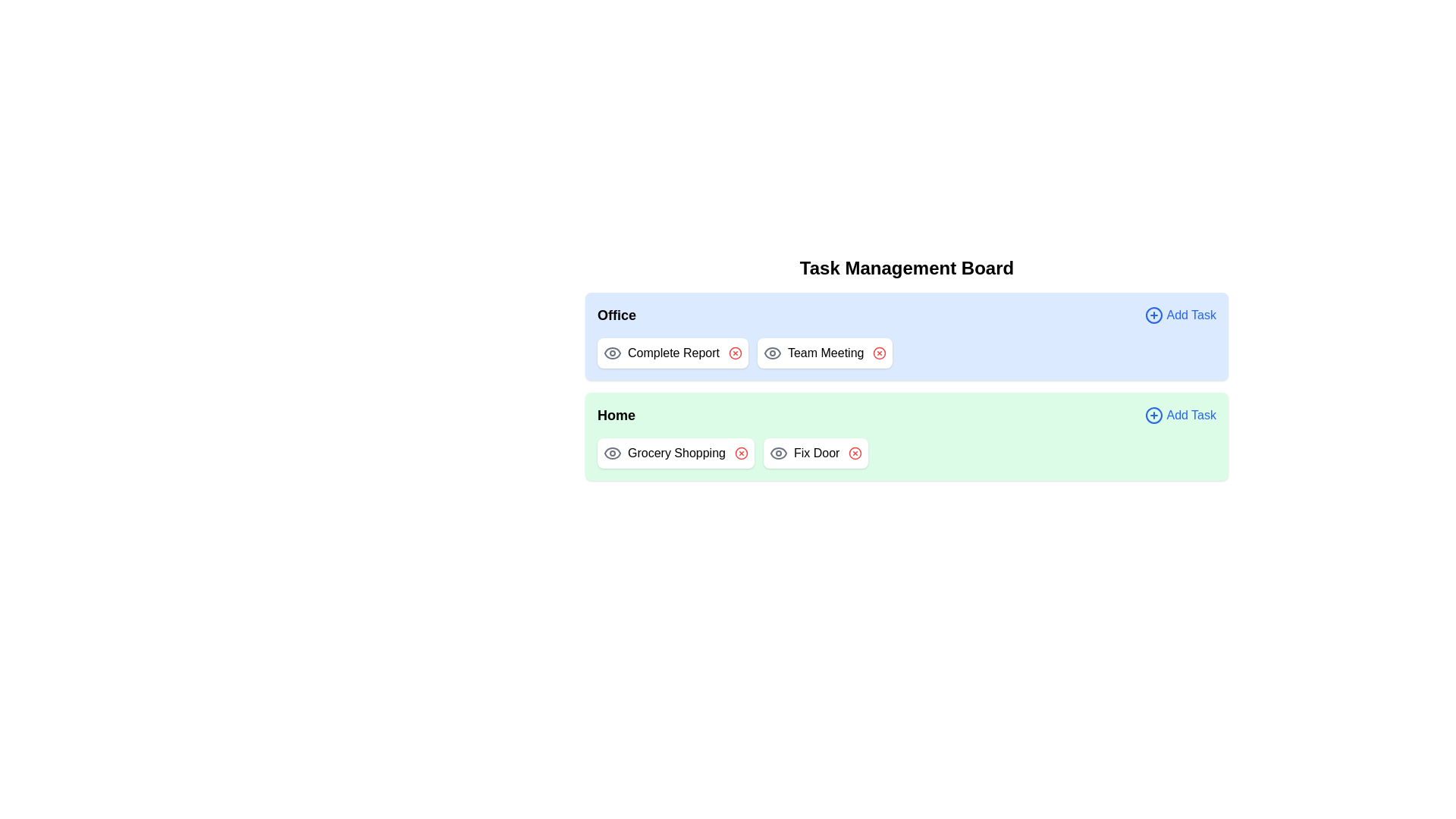 The image size is (1456, 819). What do you see at coordinates (1179, 315) in the screenshot?
I see `the 'Add Task' button for the specified category Office` at bounding box center [1179, 315].